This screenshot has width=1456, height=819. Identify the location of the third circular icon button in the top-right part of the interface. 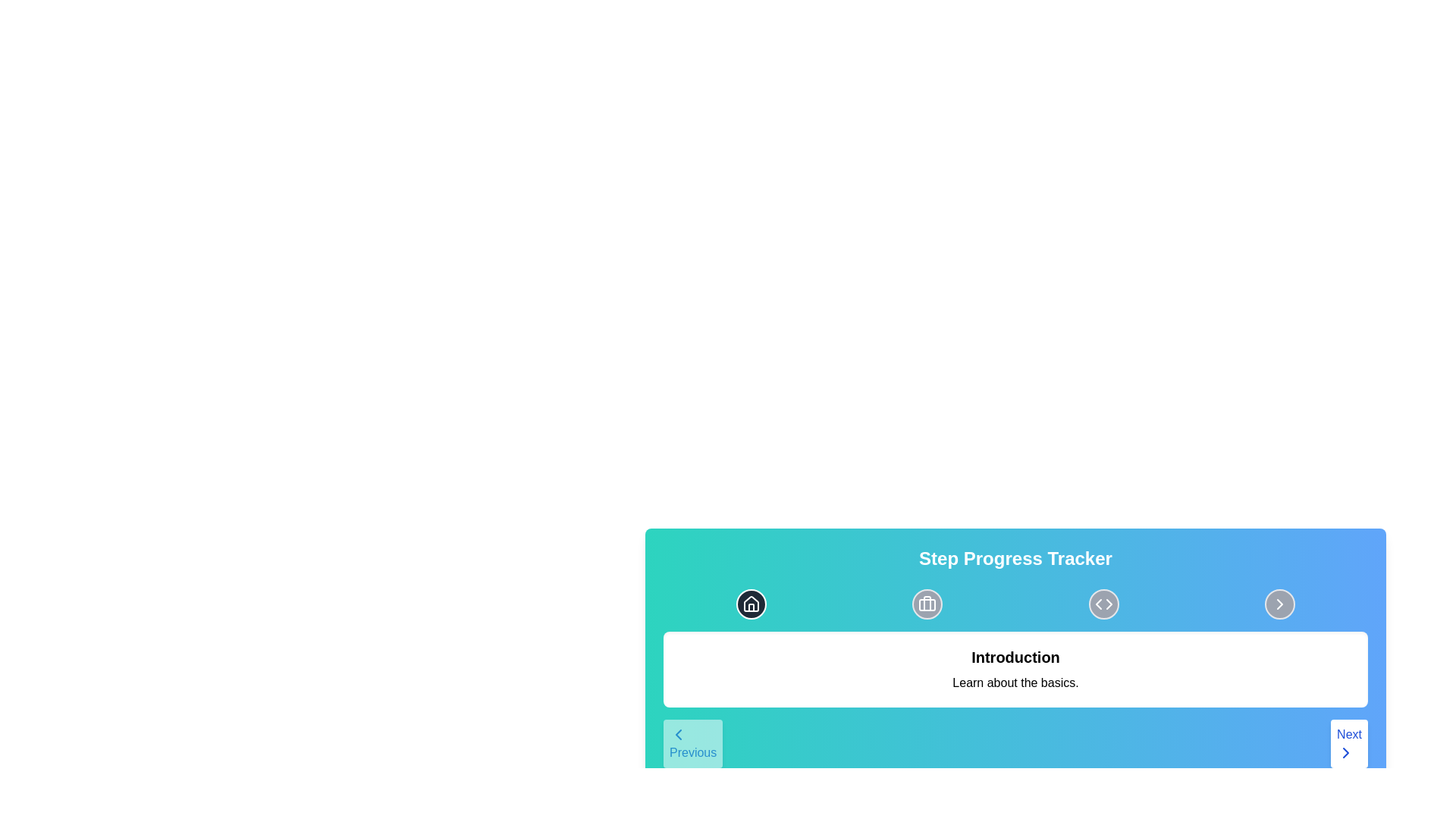
(1103, 604).